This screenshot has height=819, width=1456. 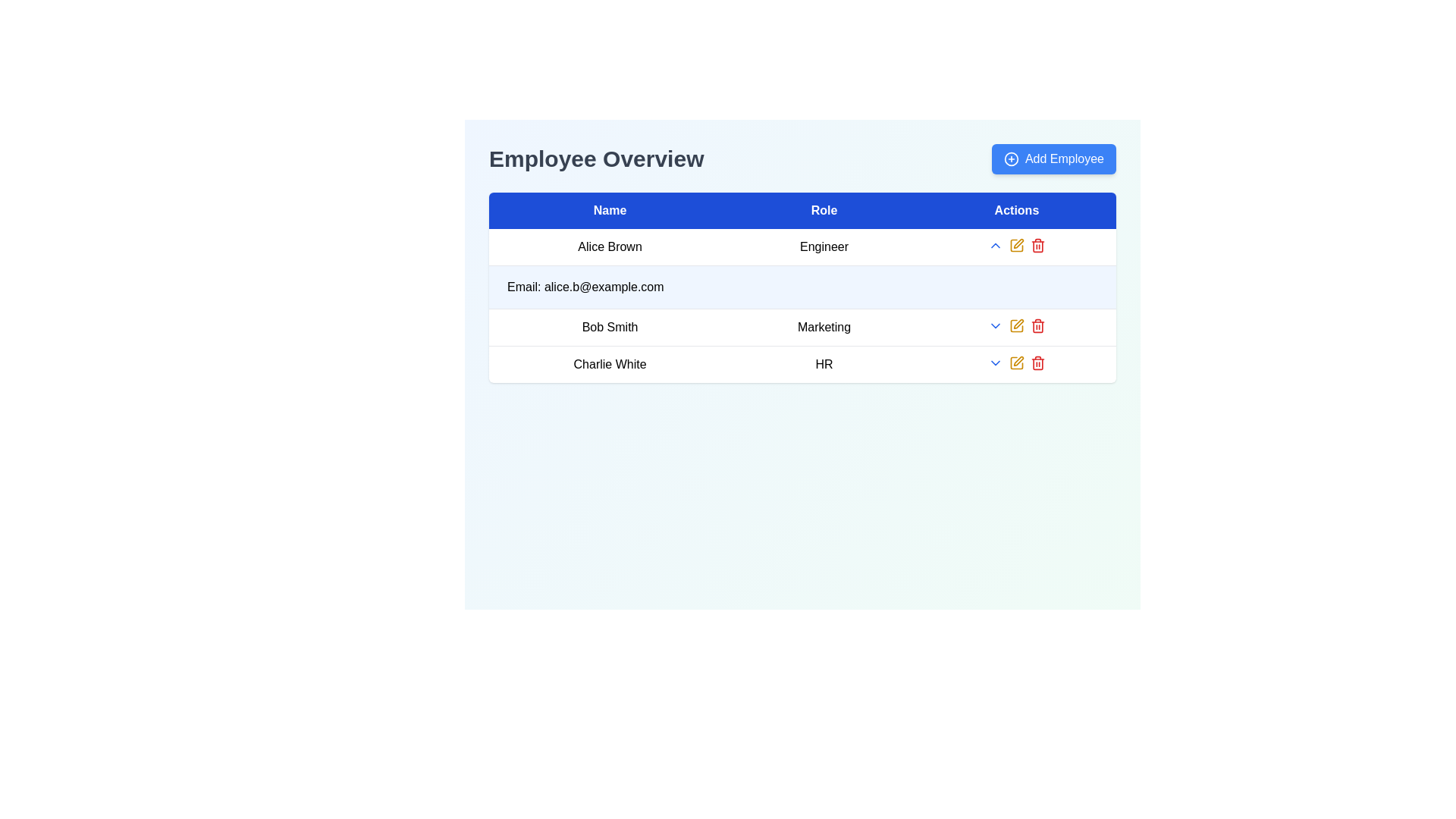 What do you see at coordinates (1037, 245) in the screenshot?
I see `the delete button in the 'Actions' column` at bounding box center [1037, 245].